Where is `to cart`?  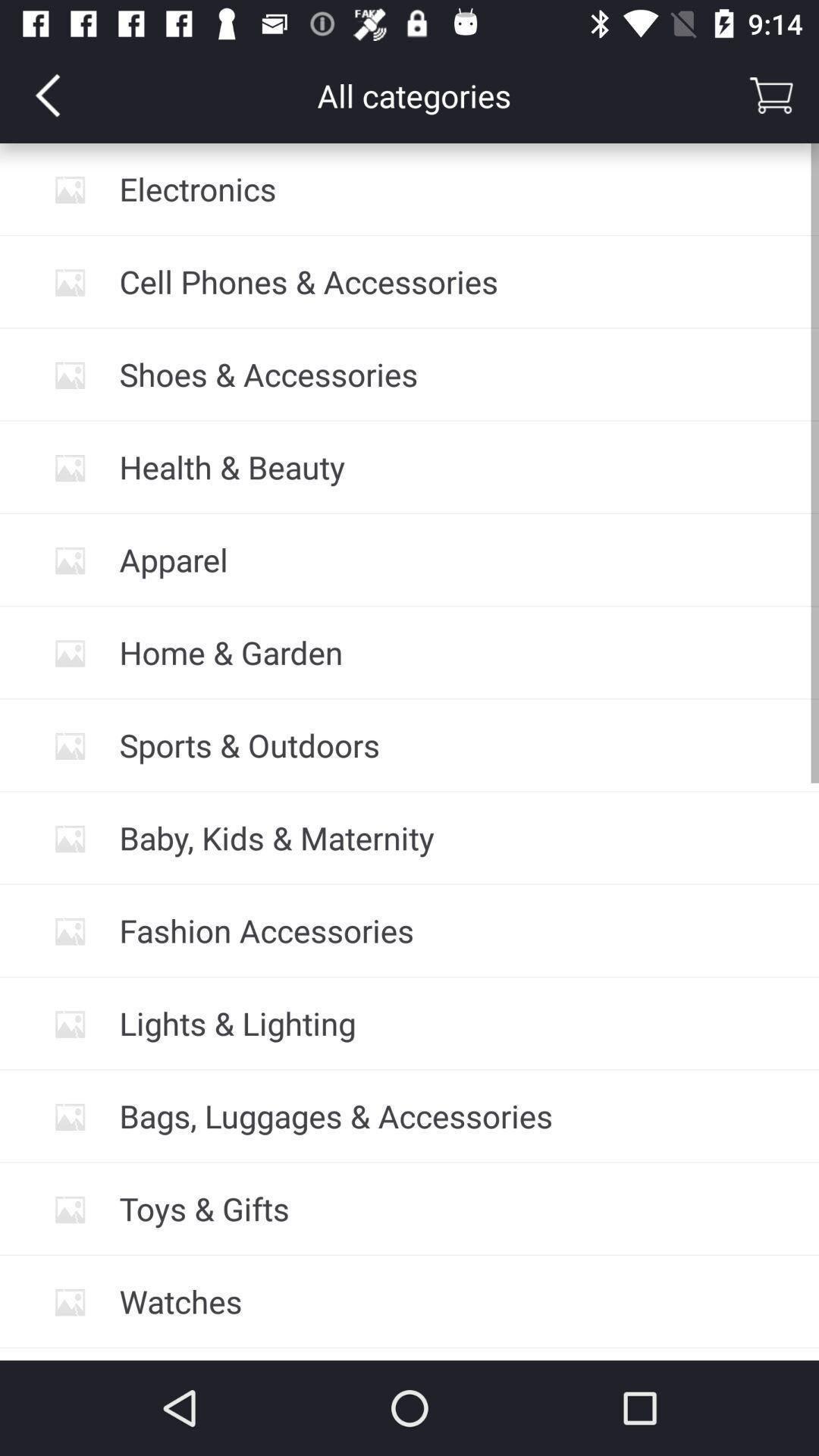 to cart is located at coordinates (771, 94).